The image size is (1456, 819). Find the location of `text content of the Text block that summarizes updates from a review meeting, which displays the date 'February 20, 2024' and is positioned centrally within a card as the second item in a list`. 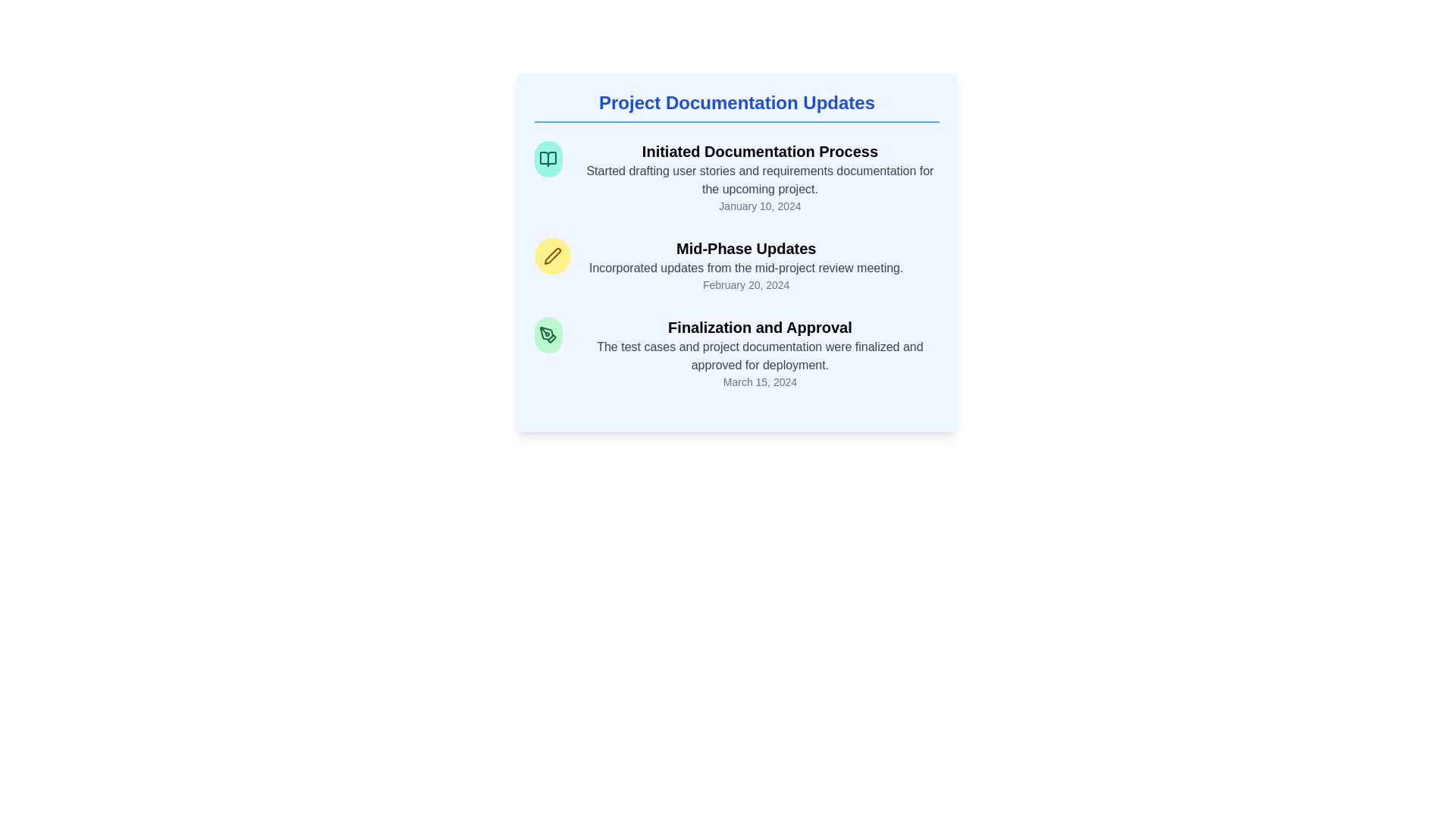

text content of the Text block that summarizes updates from a review meeting, which displays the date 'February 20, 2024' and is positioned centrally within a card as the second item in a list is located at coordinates (746, 265).